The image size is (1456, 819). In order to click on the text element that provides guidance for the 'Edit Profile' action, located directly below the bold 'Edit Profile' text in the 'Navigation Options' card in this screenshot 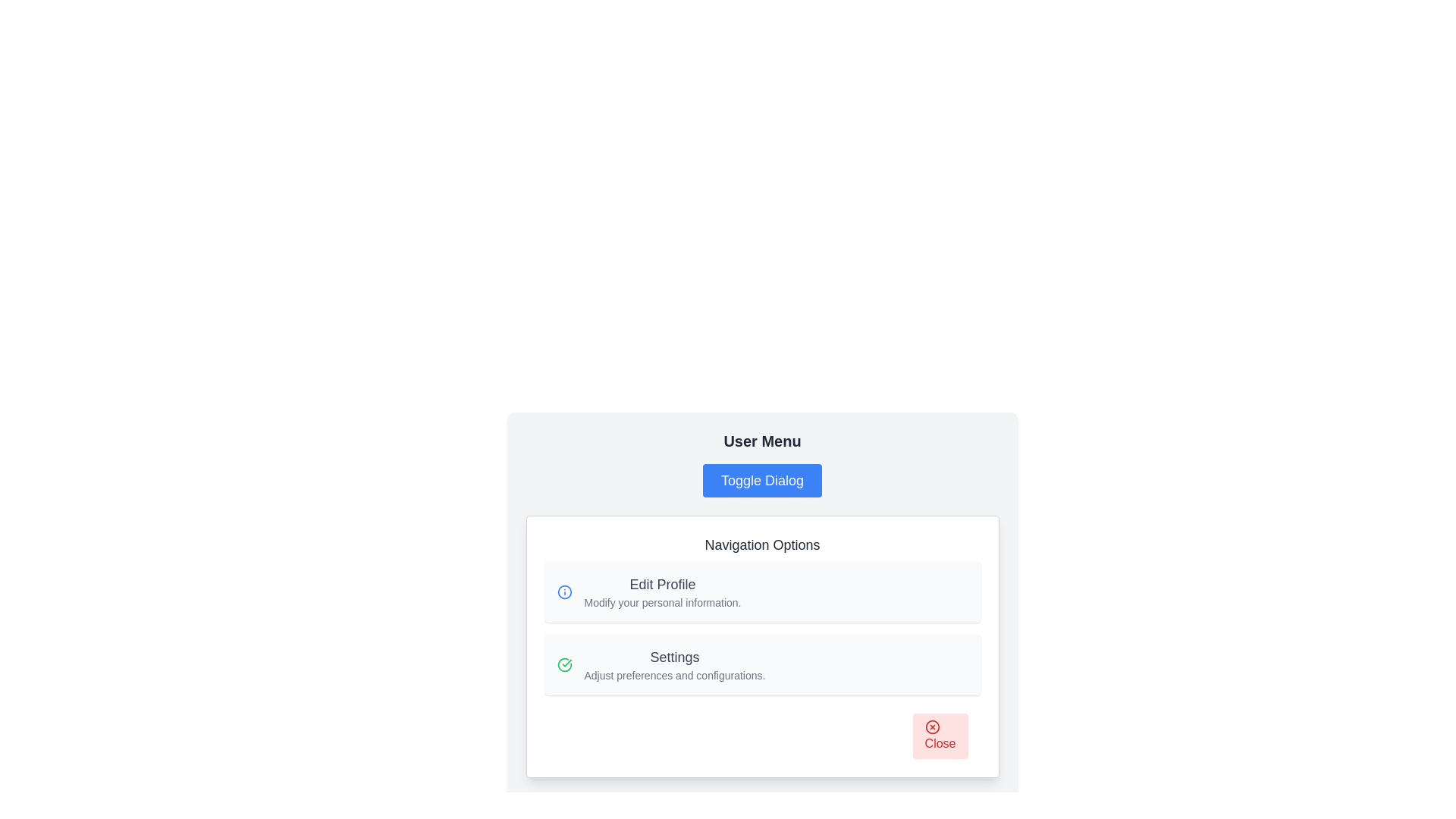, I will do `click(662, 601)`.